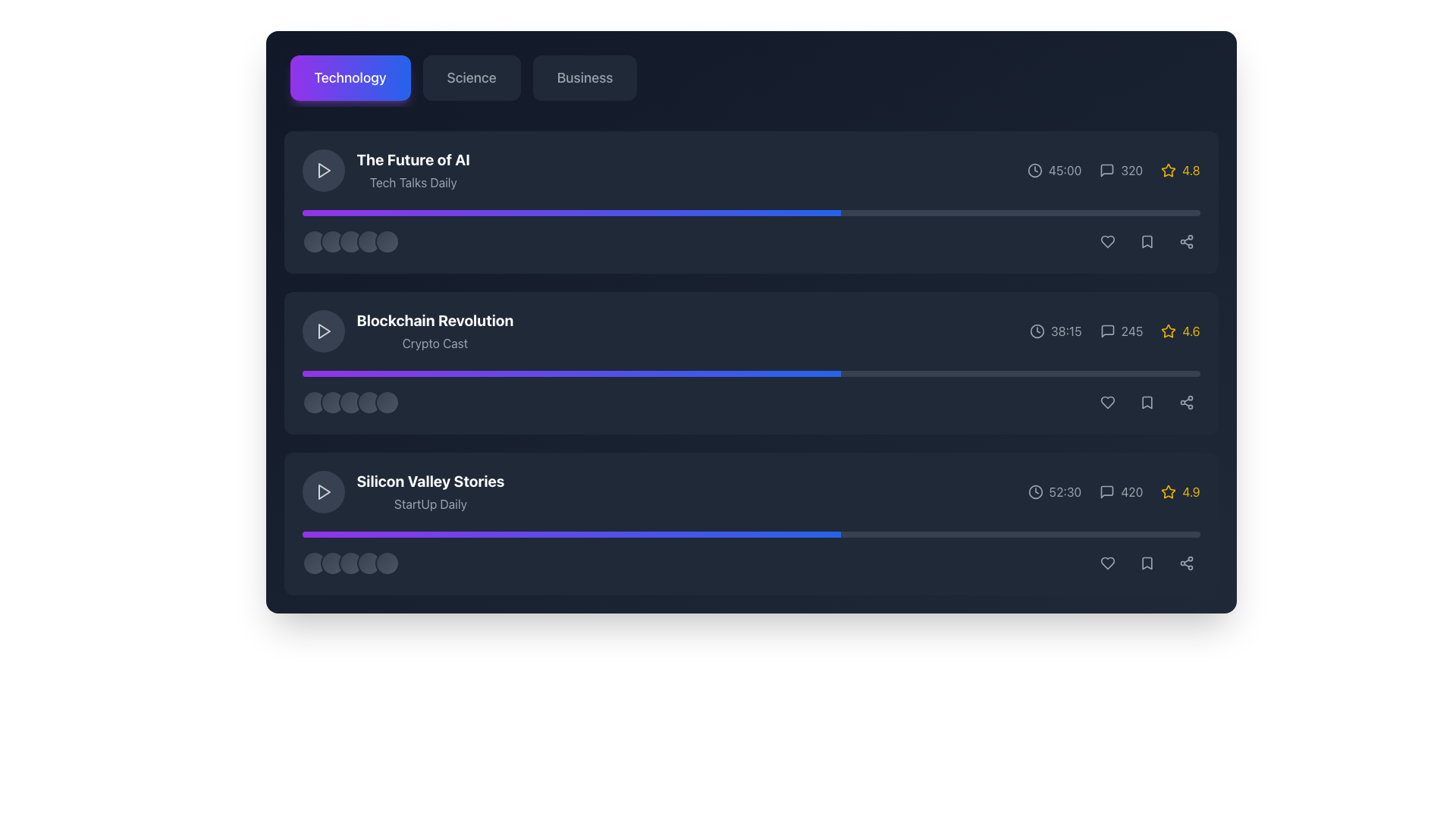 The image size is (1456, 819). Describe the element at coordinates (1121, 330) in the screenshot. I see `the icon-label pair displaying the numerical label '245' next to the commenting bubble icon` at that location.